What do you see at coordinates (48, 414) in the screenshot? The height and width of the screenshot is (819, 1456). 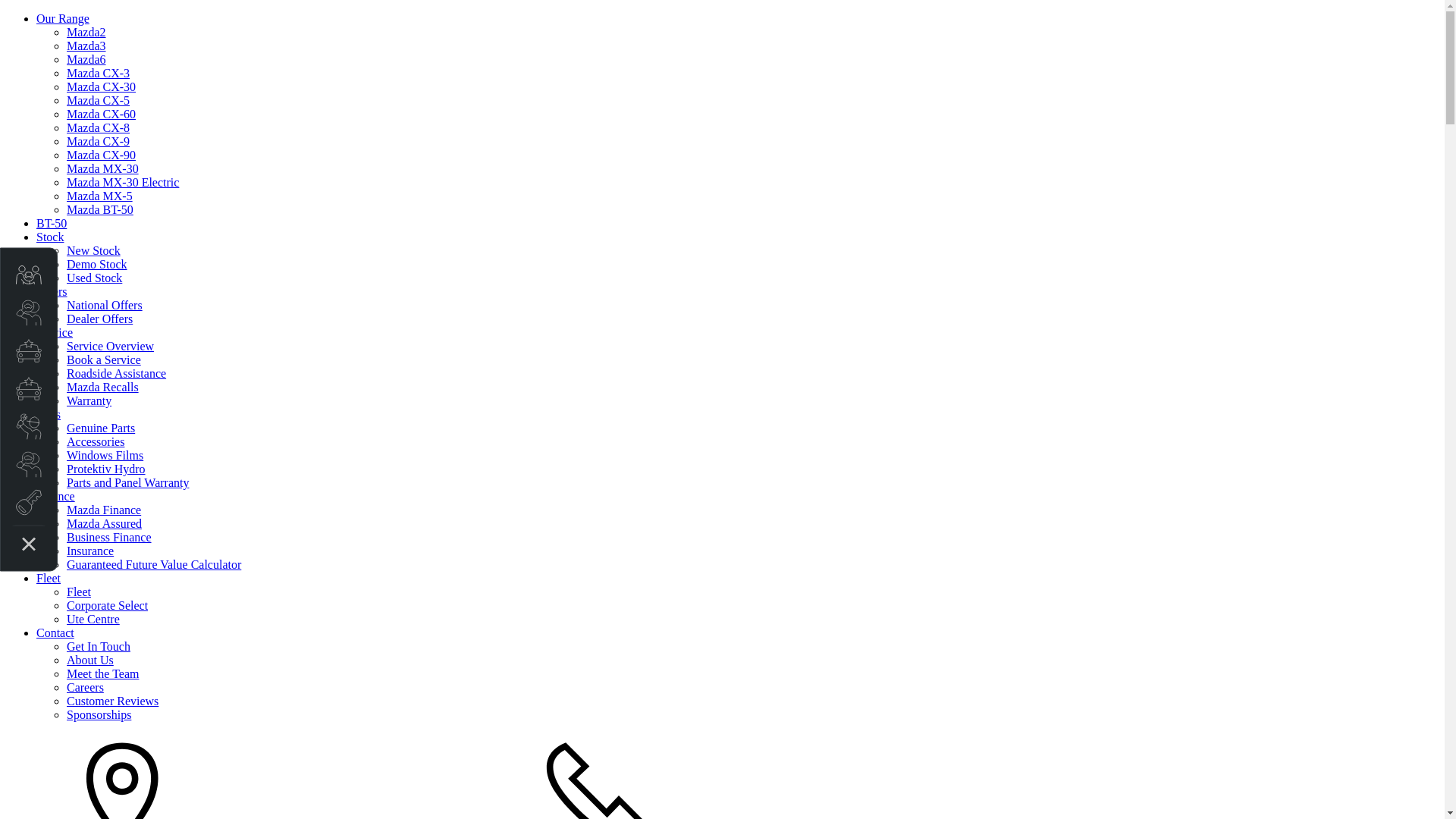 I see `'Parts'` at bounding box center [48, 414].